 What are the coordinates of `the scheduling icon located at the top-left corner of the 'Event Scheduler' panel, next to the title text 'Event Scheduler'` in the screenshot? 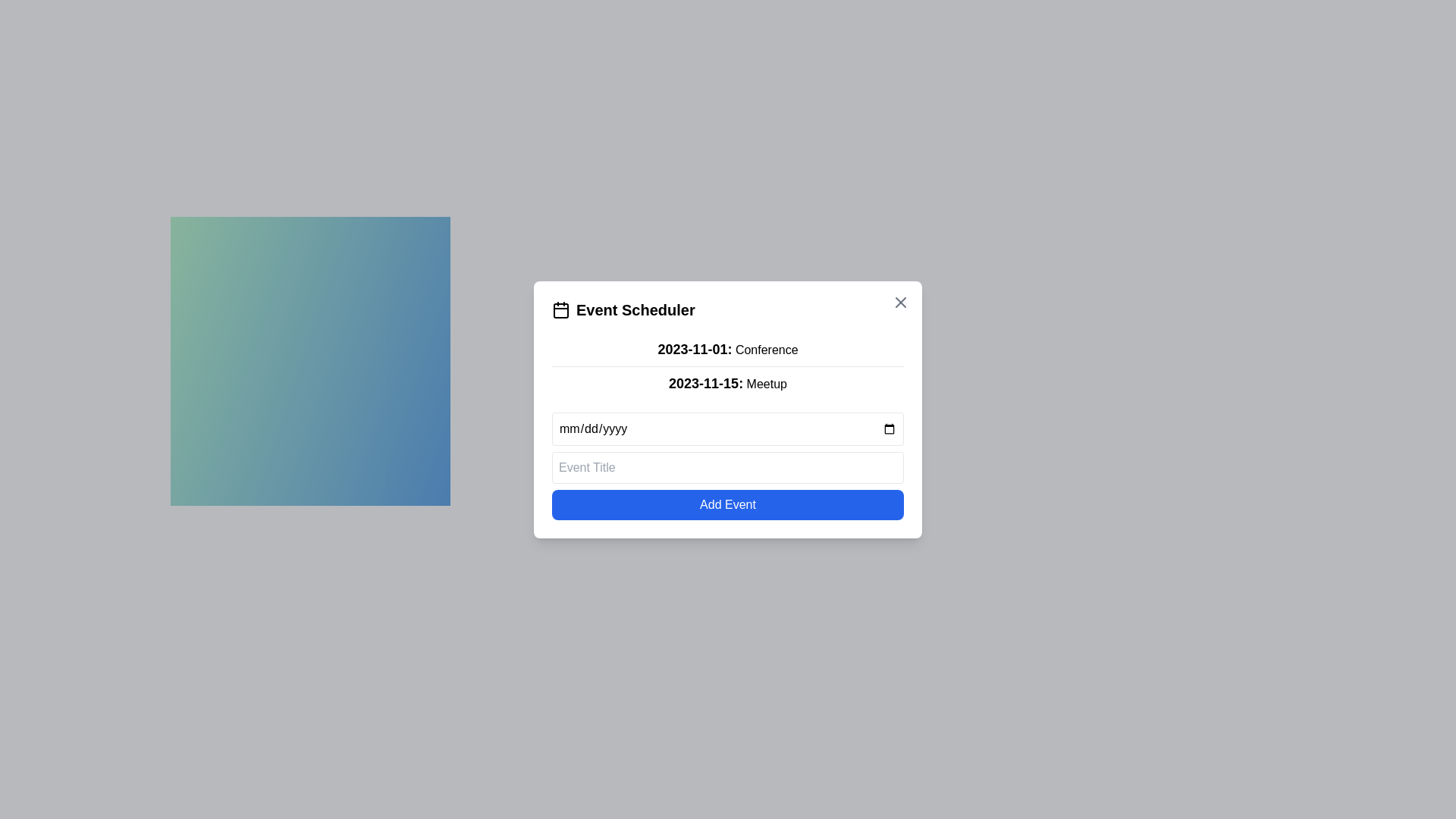 It's located at (560, 309).